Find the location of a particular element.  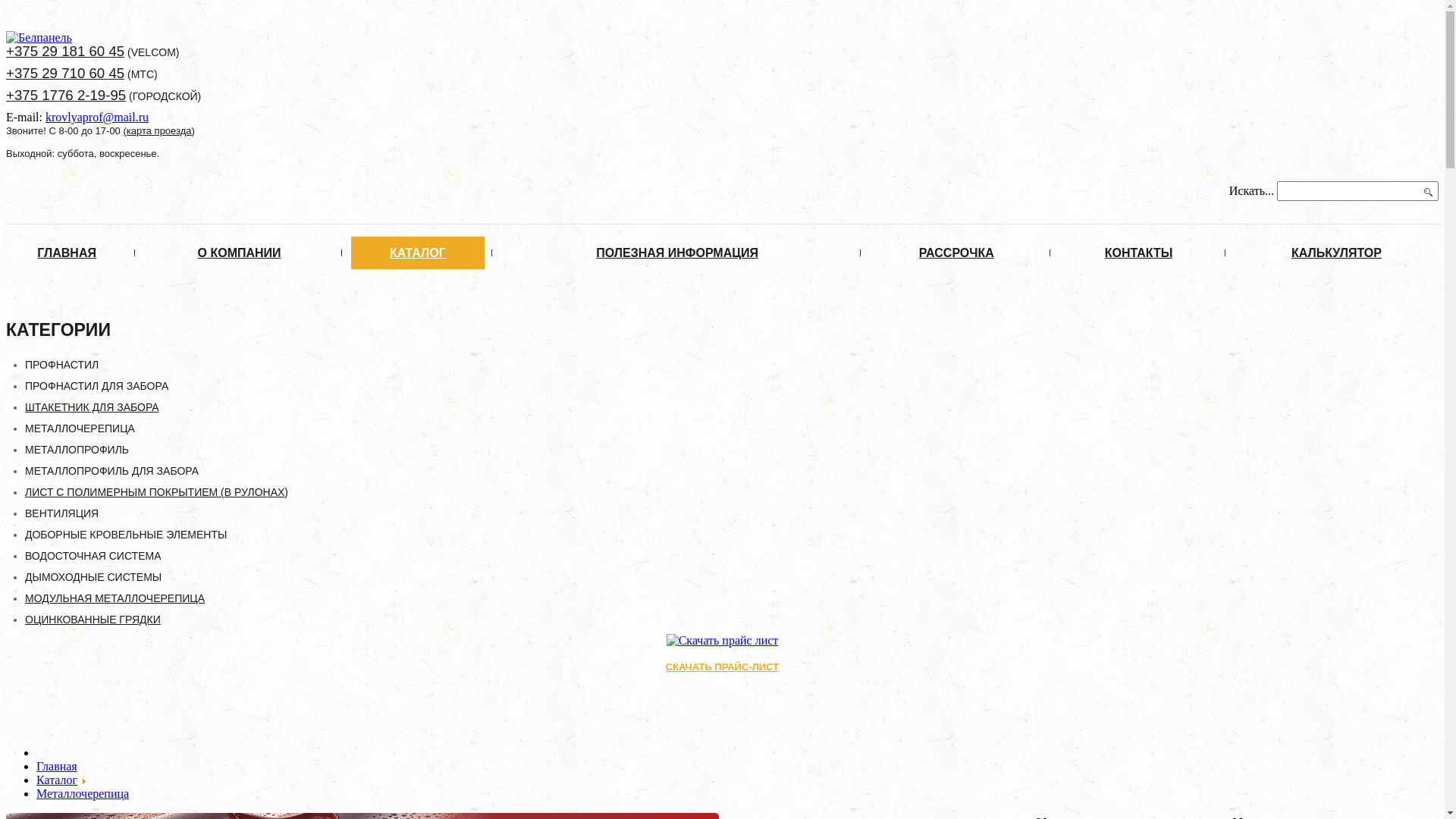

'+375 1776 2-19-95' is located at coordinates (64, 95).